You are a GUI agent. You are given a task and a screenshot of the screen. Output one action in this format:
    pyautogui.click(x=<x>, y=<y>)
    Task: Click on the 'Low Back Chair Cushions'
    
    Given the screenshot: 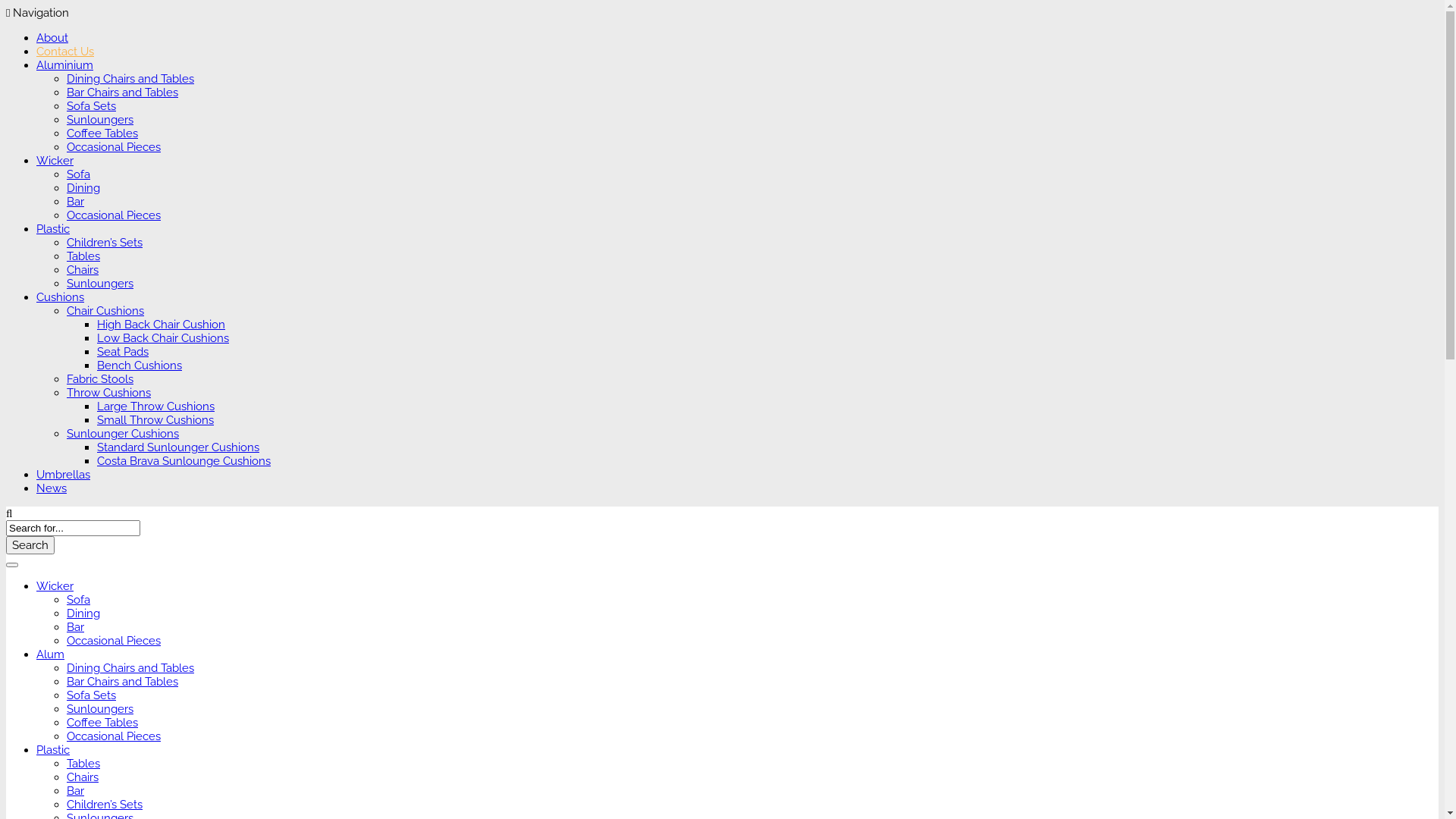 What is the action you would take?
    pyautogui.click(x=163, y=337)
    